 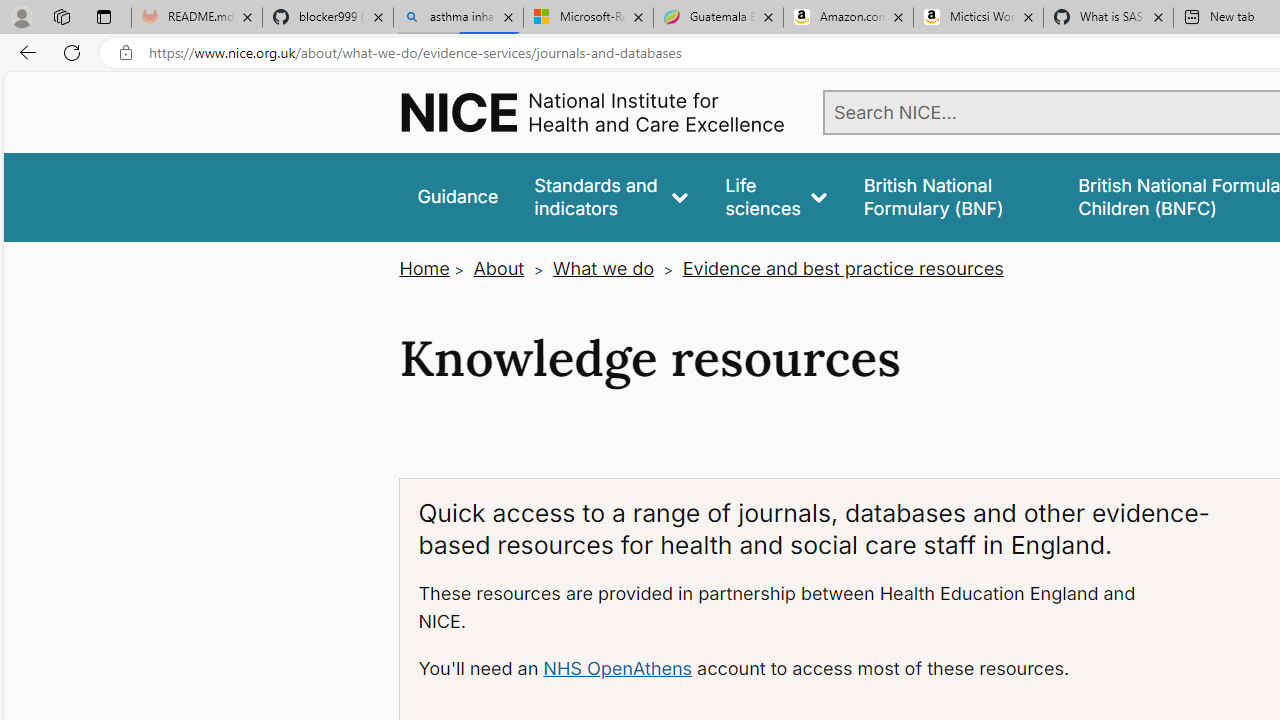 I want to click on 'Evidence and best practice resources', so click(x=842, y=268).